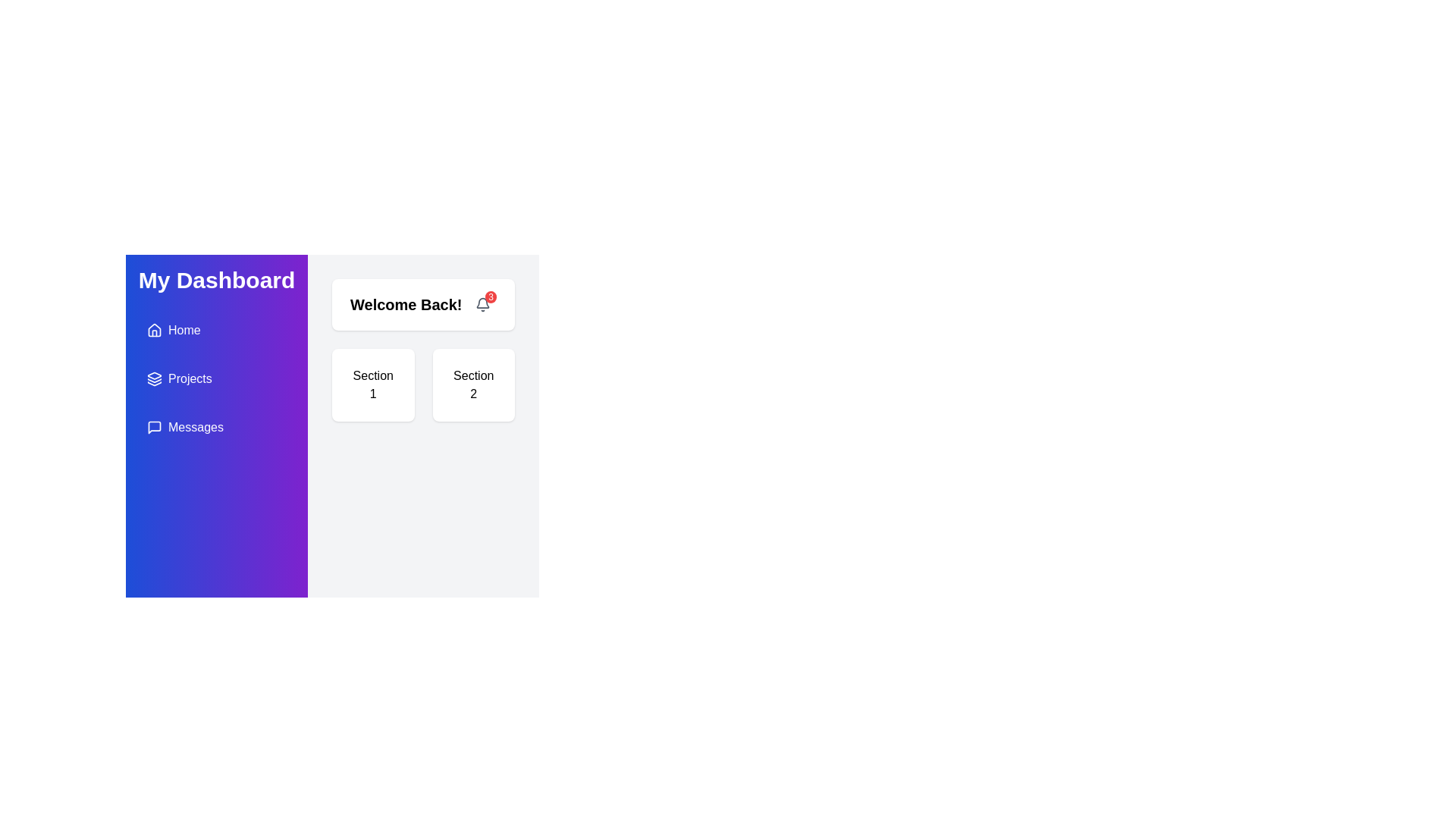 This screenshot has height=819, width=1456. What do you see at coordinates (491, 297) in the screenshot?
I see `the red circular Notification Badge displaying '3' located at the top-right corner of the bell icon in the 'Welcome Back!' section` at bounding box center [491, 297].